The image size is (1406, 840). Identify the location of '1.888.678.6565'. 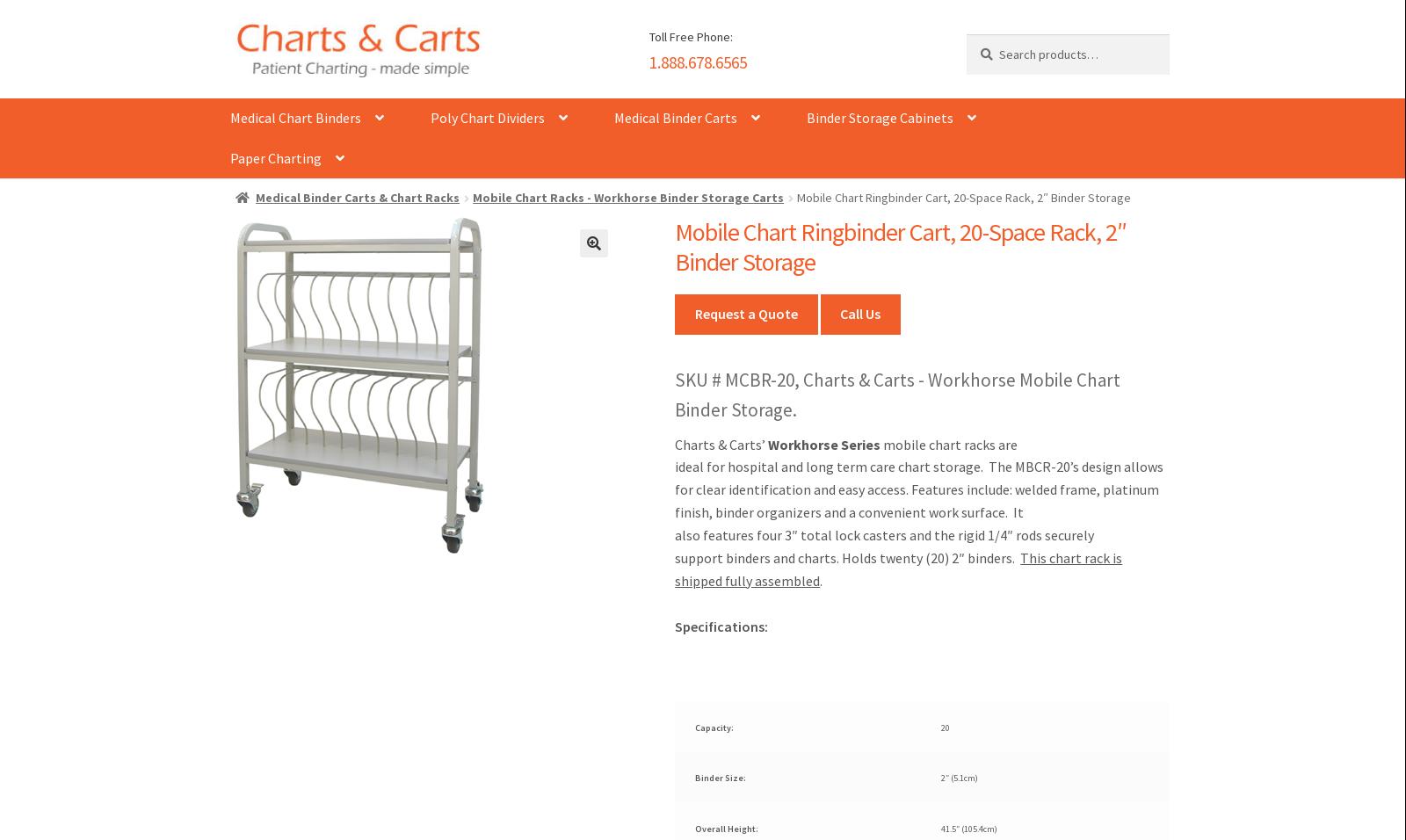
(698, 60).